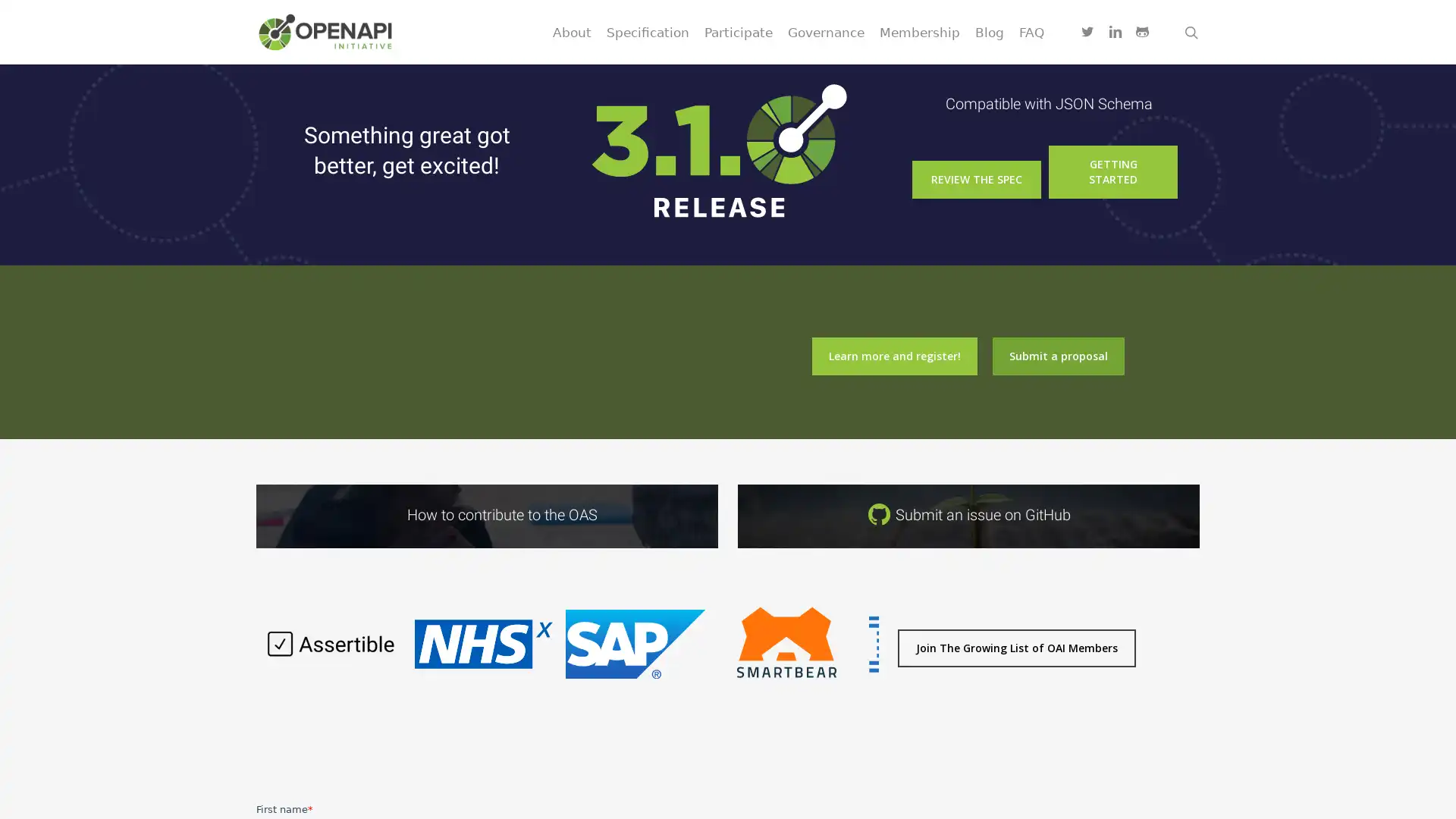  I want to click on Next, so click(886, 651).